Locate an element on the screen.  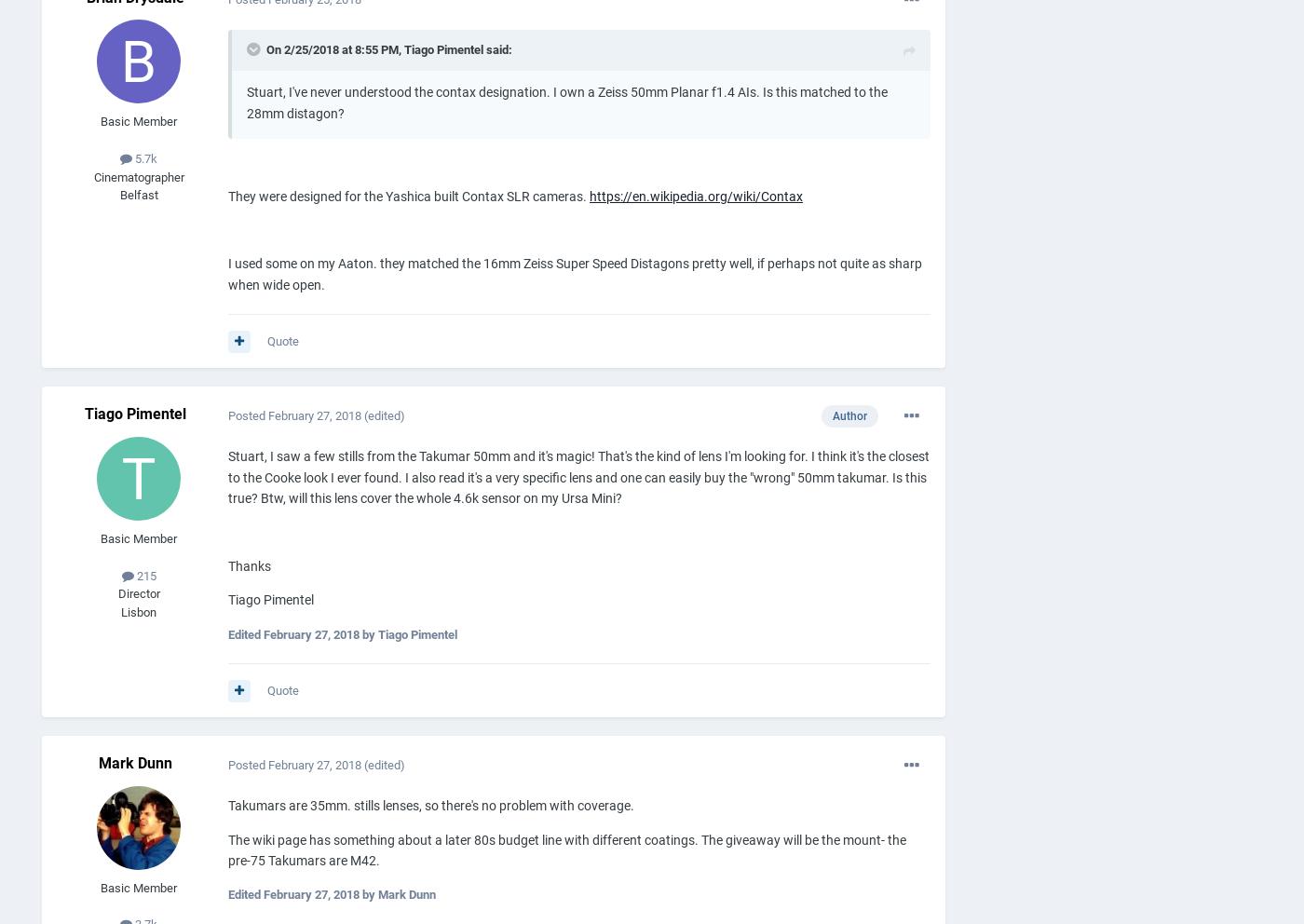
'I used some on my Aaton. they matched the 16mm Zeiss Super Speed Distagons pretty well, if perhaps not quite as sharp when wide open.' is located at coordinates (575, 274).